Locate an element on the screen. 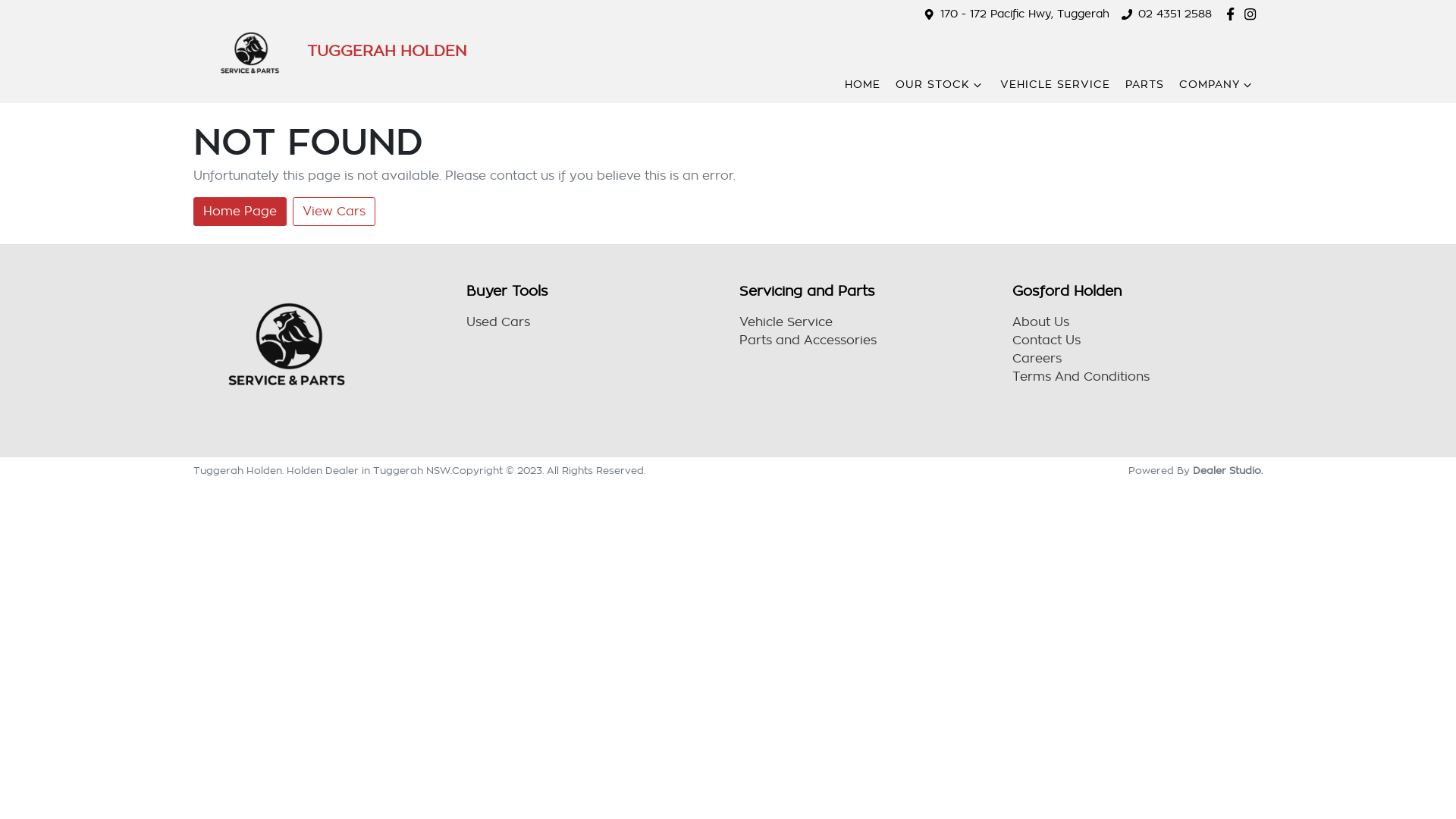 This screenshot has height=819, width=1456. '170 - 172 Pacific Hwy, Tuggerah' is located at coordinates (1025, 14).